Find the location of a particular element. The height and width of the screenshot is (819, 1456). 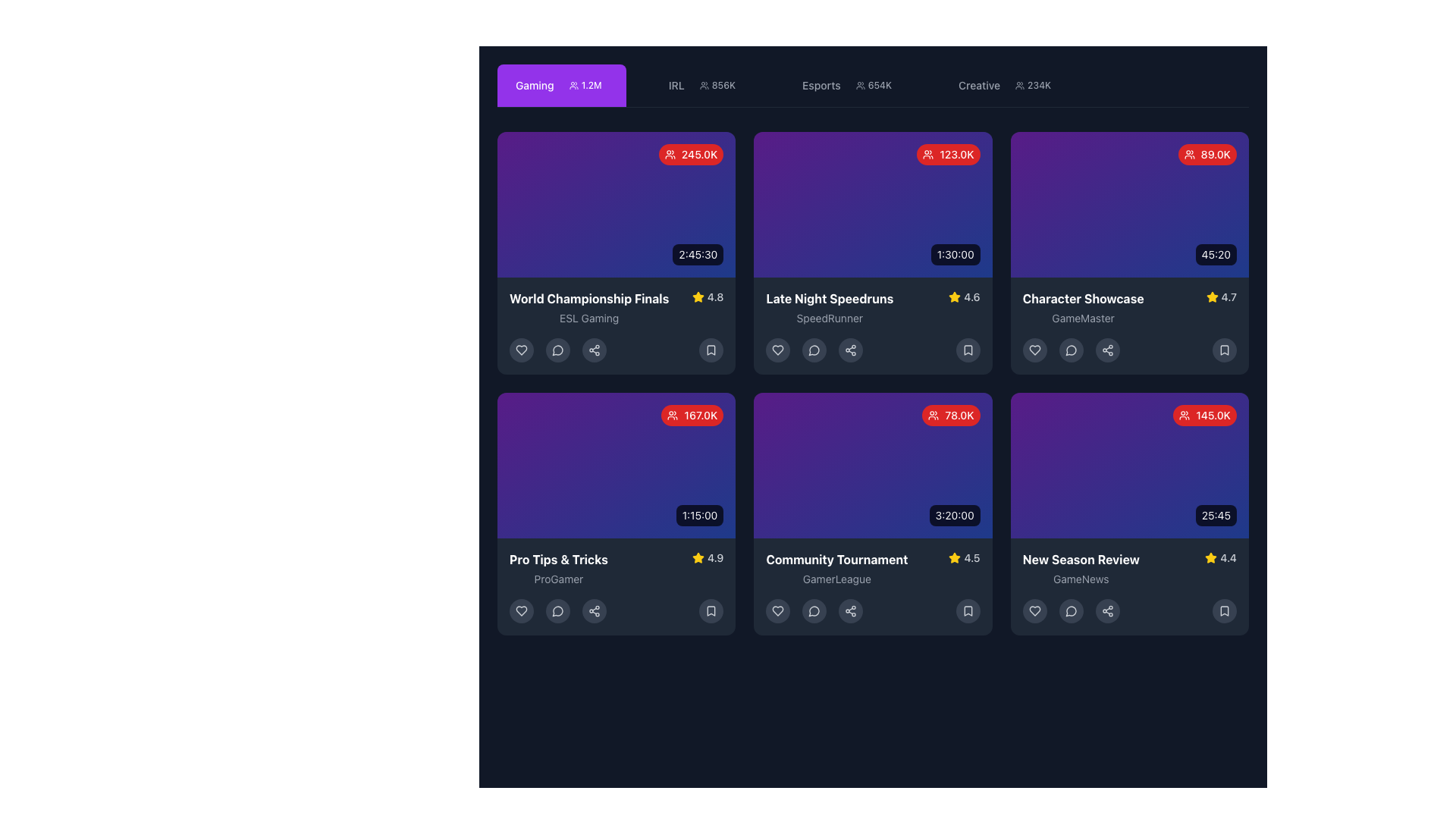

the user count icon located to the left of the '78.0K' text within the red badge on the 'Community Tournament' card is located at coordinates (933, 415).